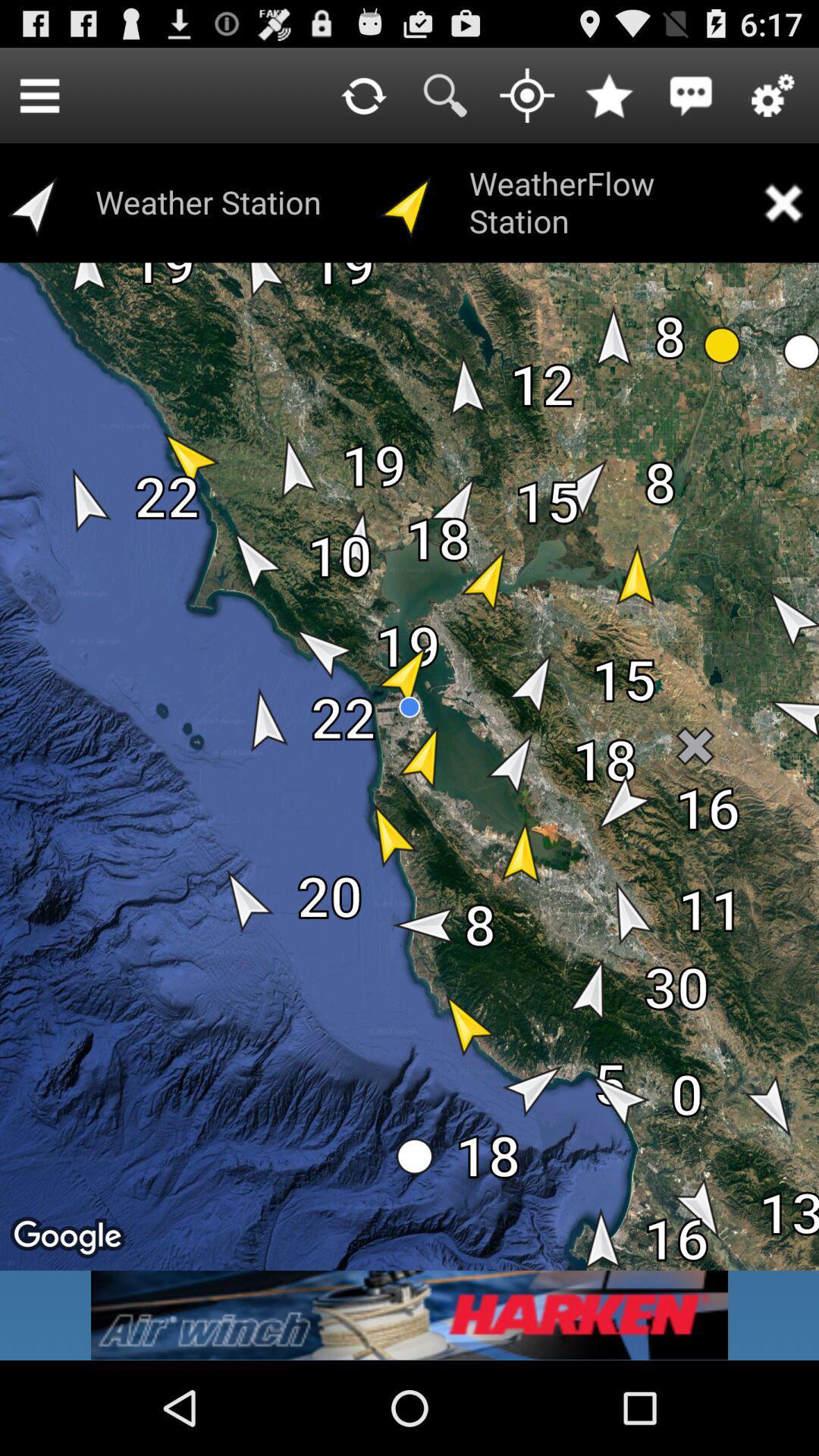 The image size is (819, 1456). Describe the element at coordinates (783, 216) in the screenshot. I see `the close icon` at that location.